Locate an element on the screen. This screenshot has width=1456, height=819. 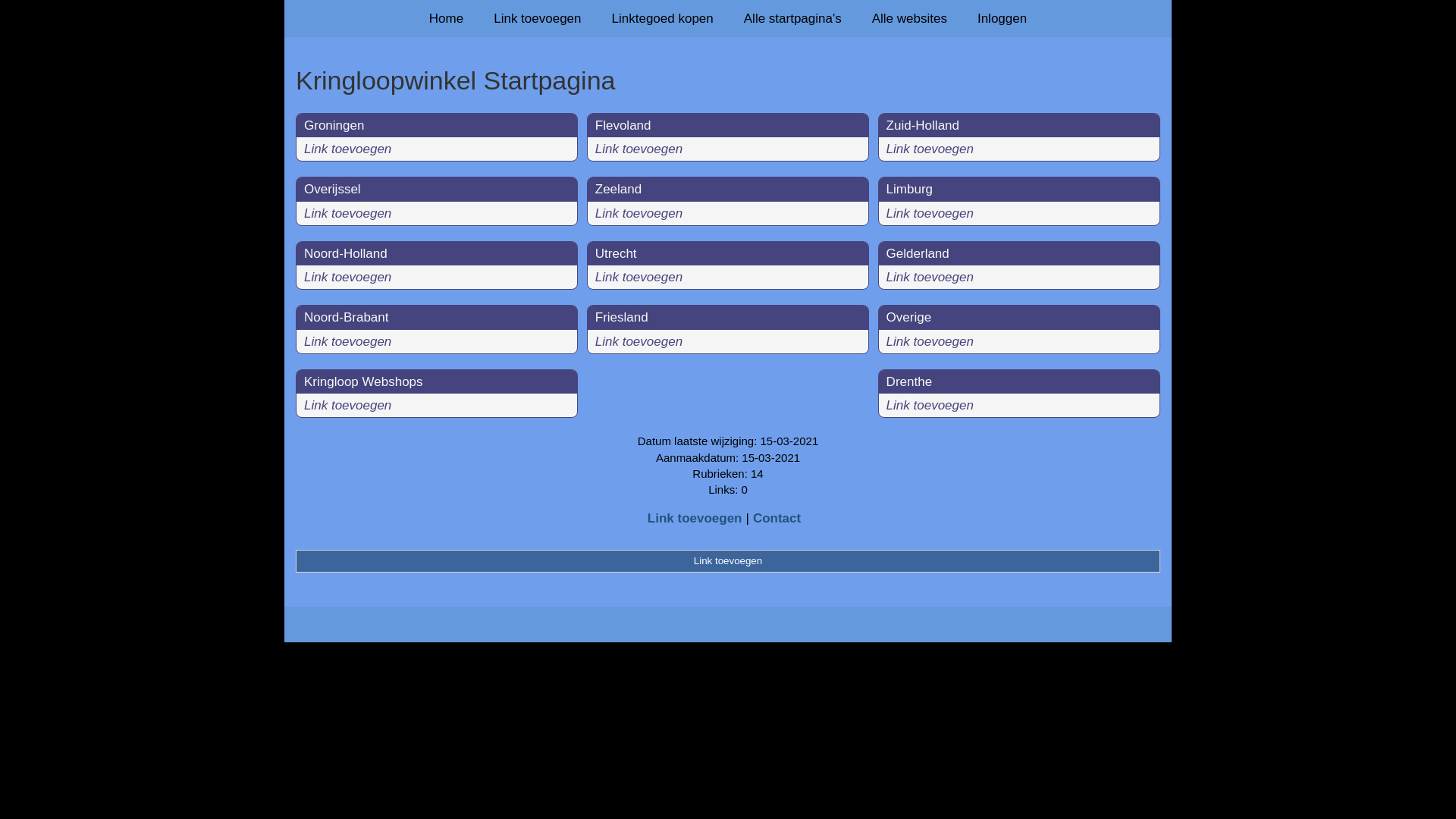
'Groningen' is located at coordinates (333, 124).